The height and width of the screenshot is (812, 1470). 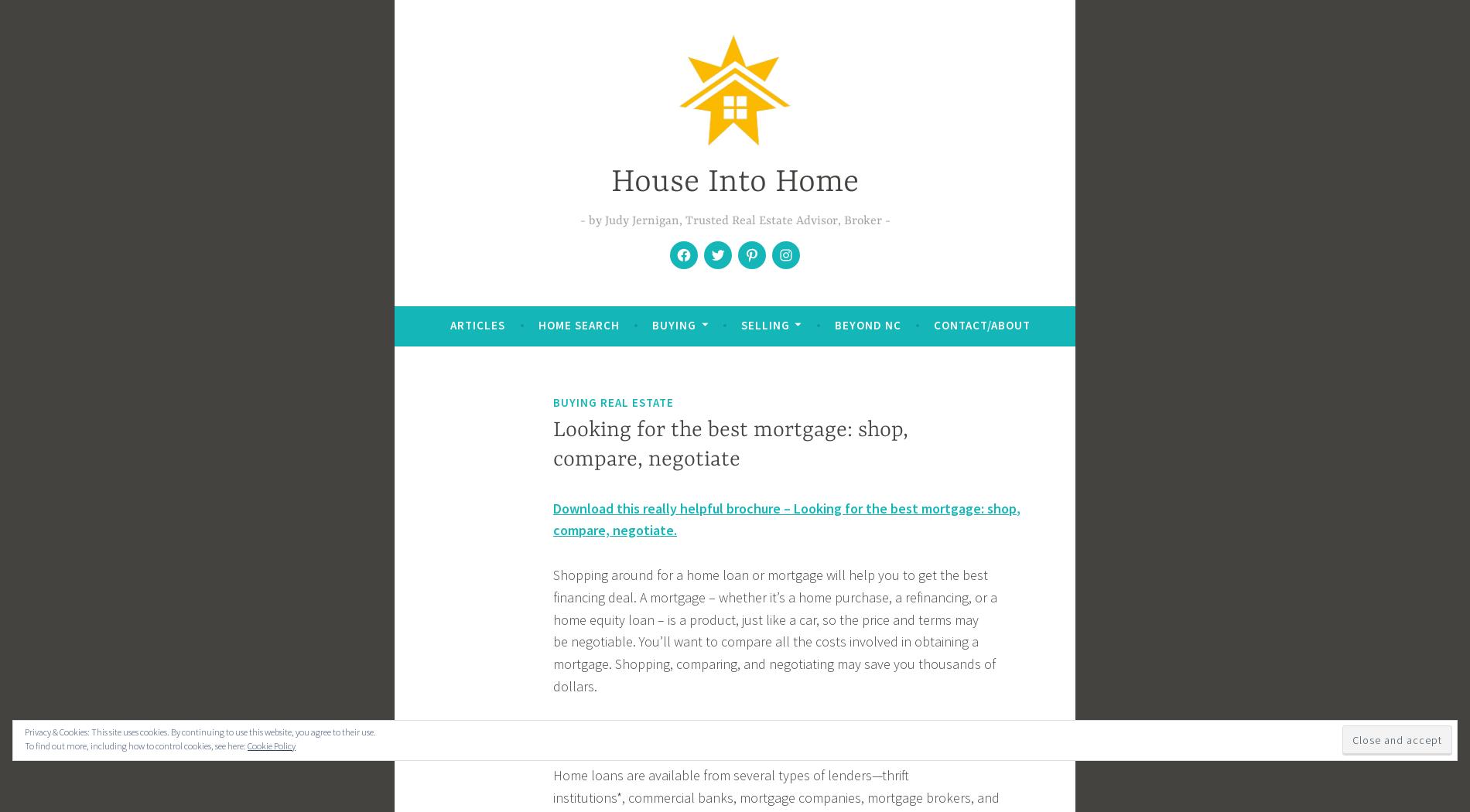 What do you see at coordinates (834, 323) in the screenshot?
I see `'Beyond NC'` at bounding box center [834, 323].